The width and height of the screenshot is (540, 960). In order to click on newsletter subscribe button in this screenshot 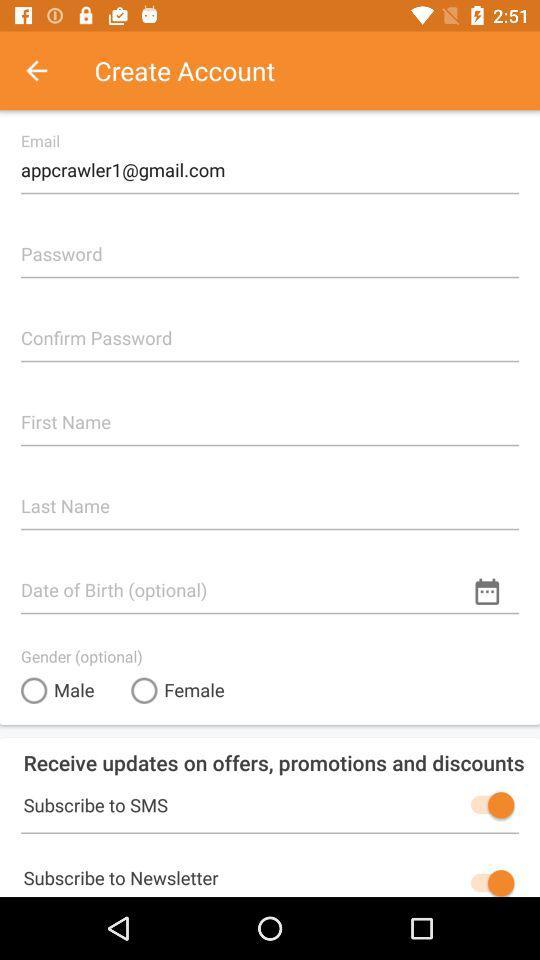, I will do `click(486, 880)`.